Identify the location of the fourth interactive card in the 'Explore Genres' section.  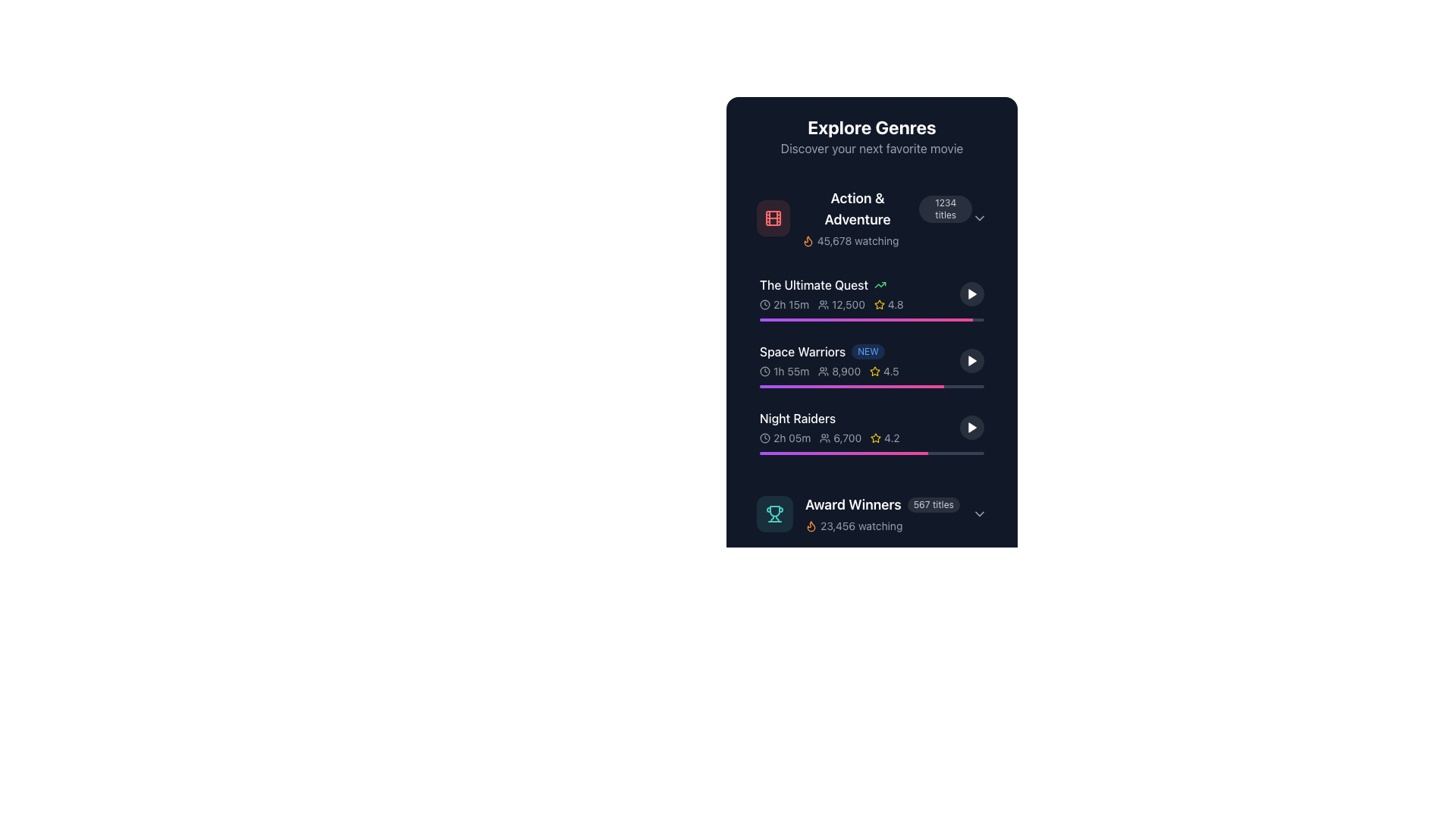
(872, 513).